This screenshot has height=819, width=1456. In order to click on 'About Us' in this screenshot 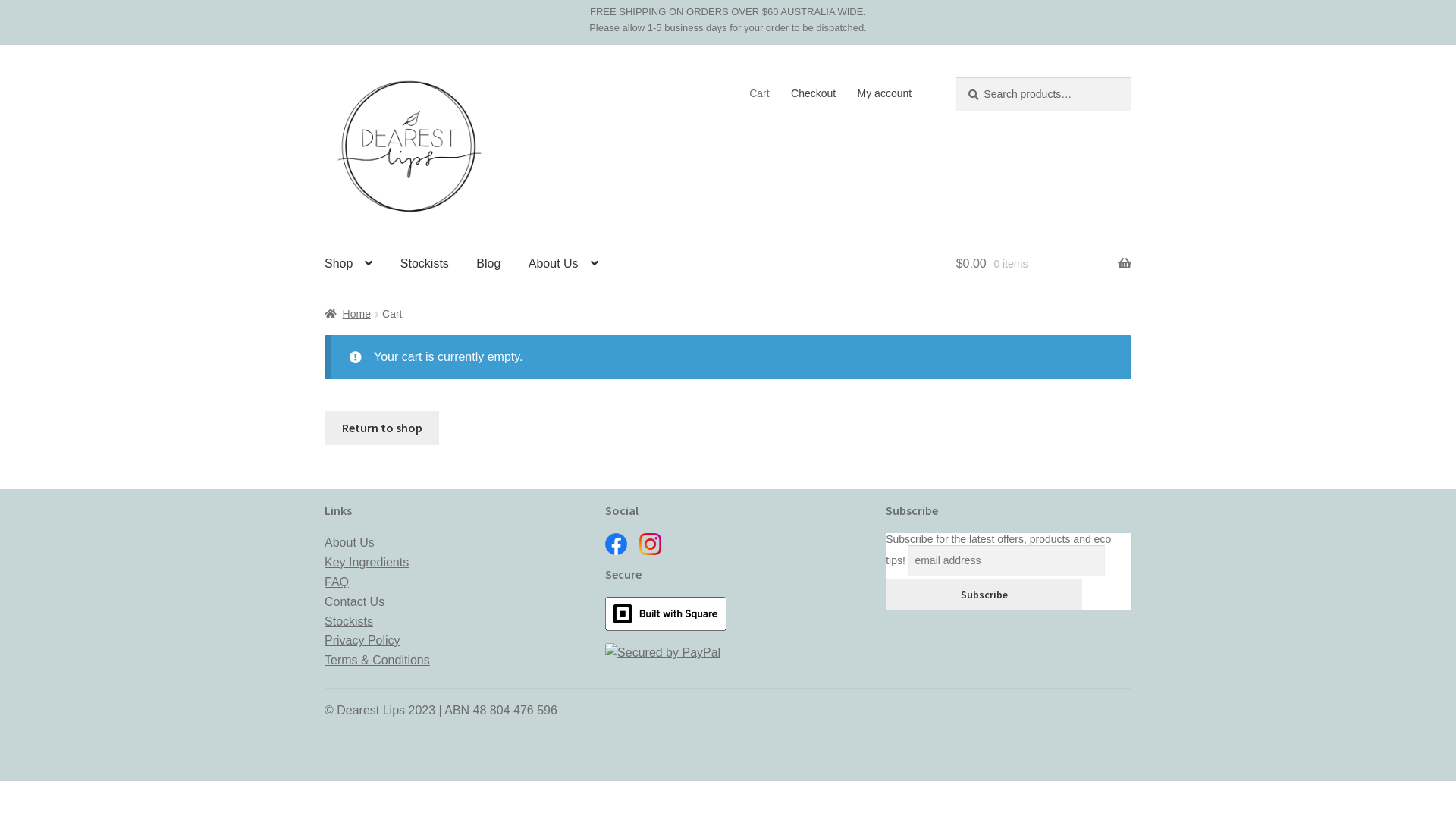, I will do `click(348, 541)`.